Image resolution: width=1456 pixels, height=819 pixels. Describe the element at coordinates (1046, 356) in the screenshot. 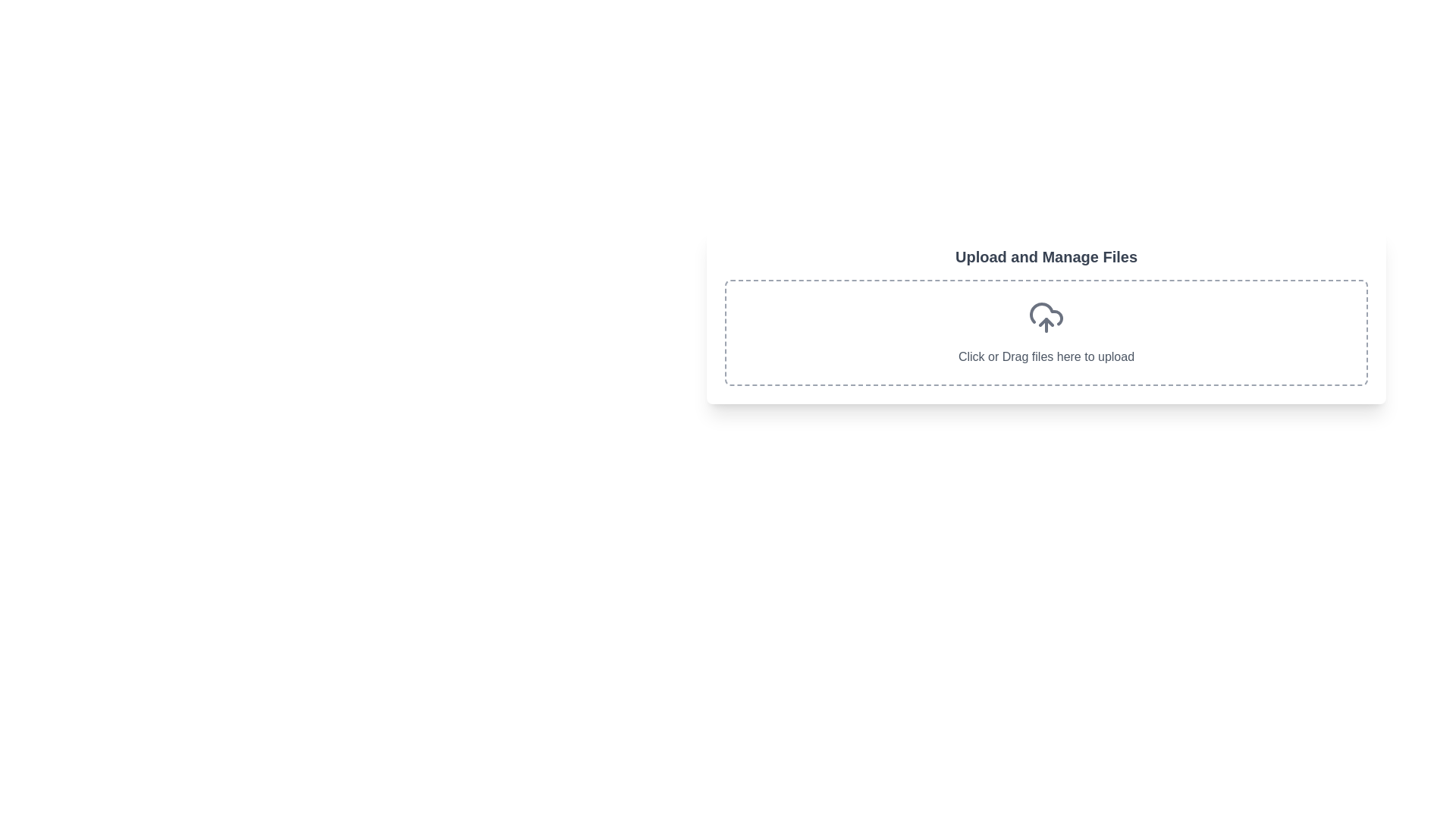

I see `the instructional text label guiding users on how to use the drag-and-drop feature for file uploads, located at the bottom of the upload zone` at that location.